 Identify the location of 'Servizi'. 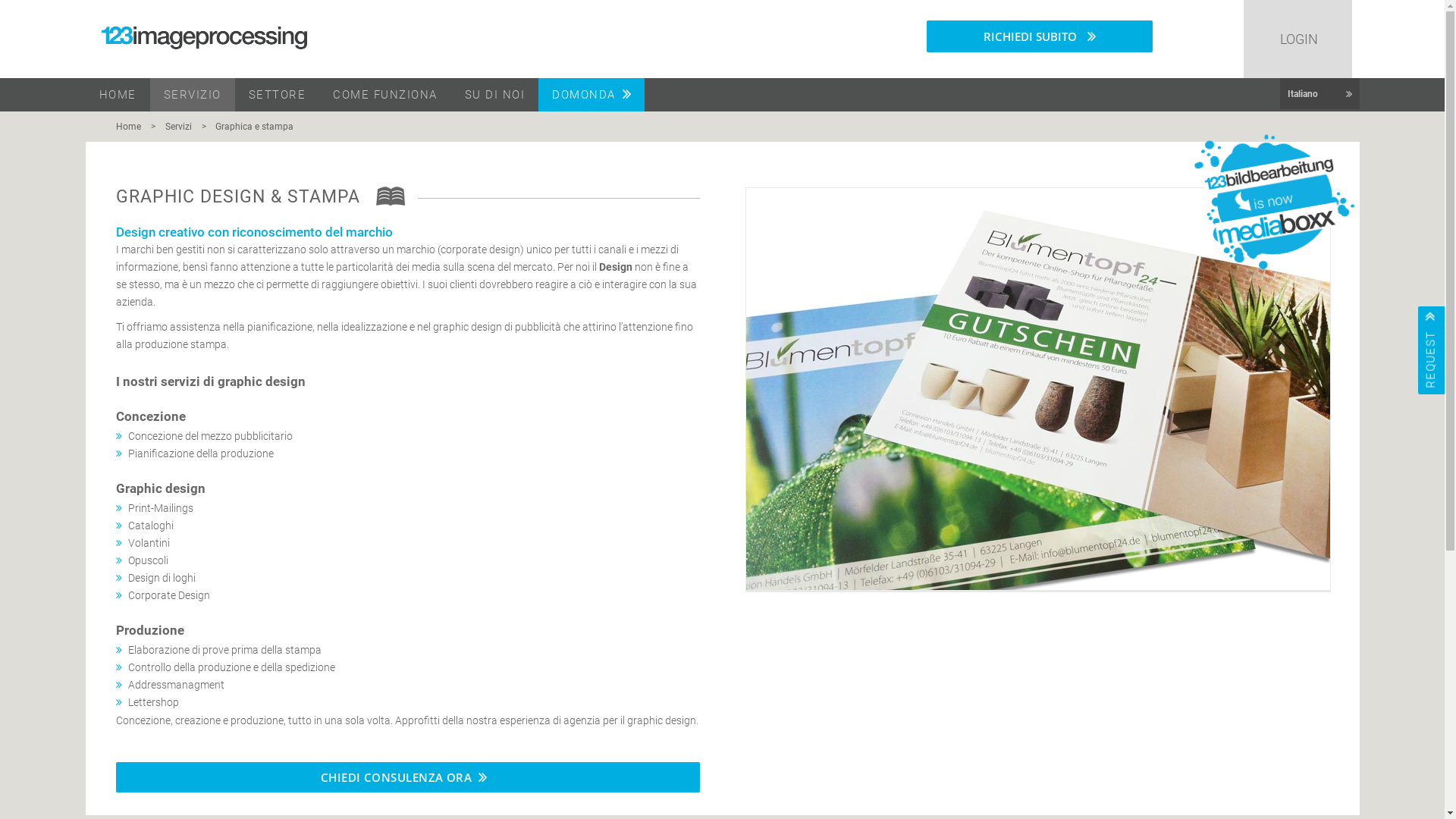
(157, 125).